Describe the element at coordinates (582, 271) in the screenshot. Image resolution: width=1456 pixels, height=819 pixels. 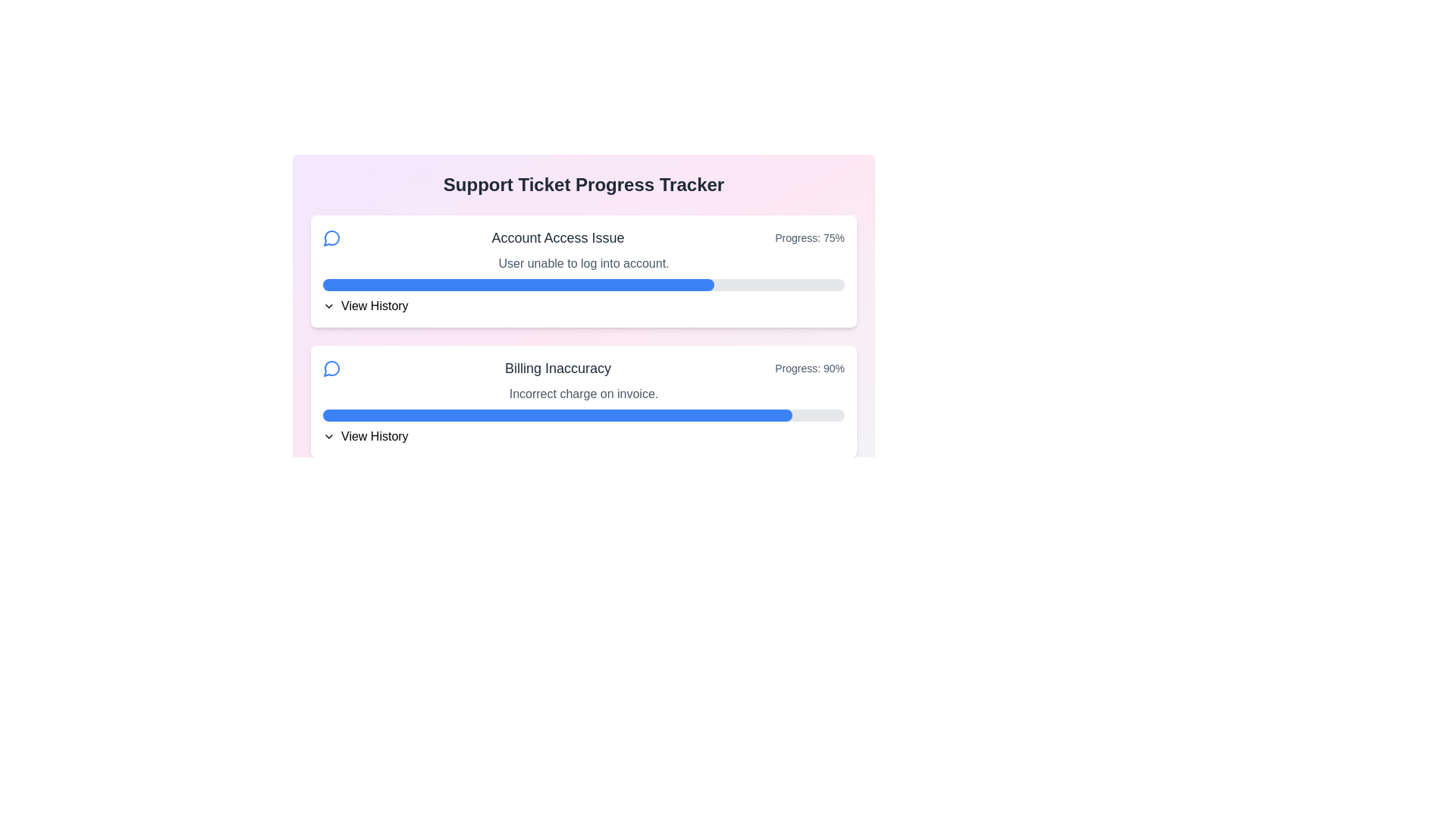
I see `the support ticket Card section at the top of the layout` at that location.